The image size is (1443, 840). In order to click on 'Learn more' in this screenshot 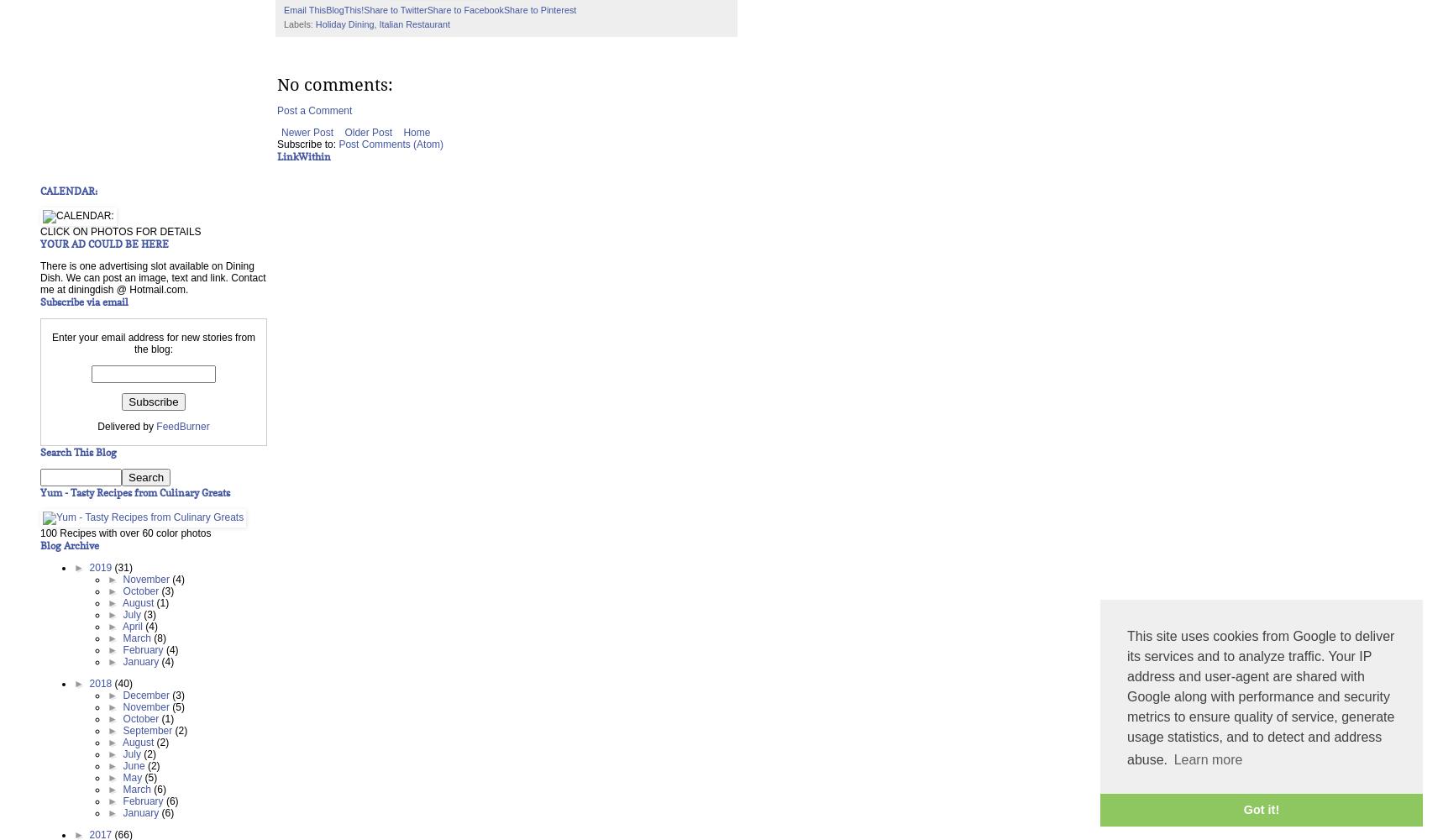, I will do `click(1206, 759)`.